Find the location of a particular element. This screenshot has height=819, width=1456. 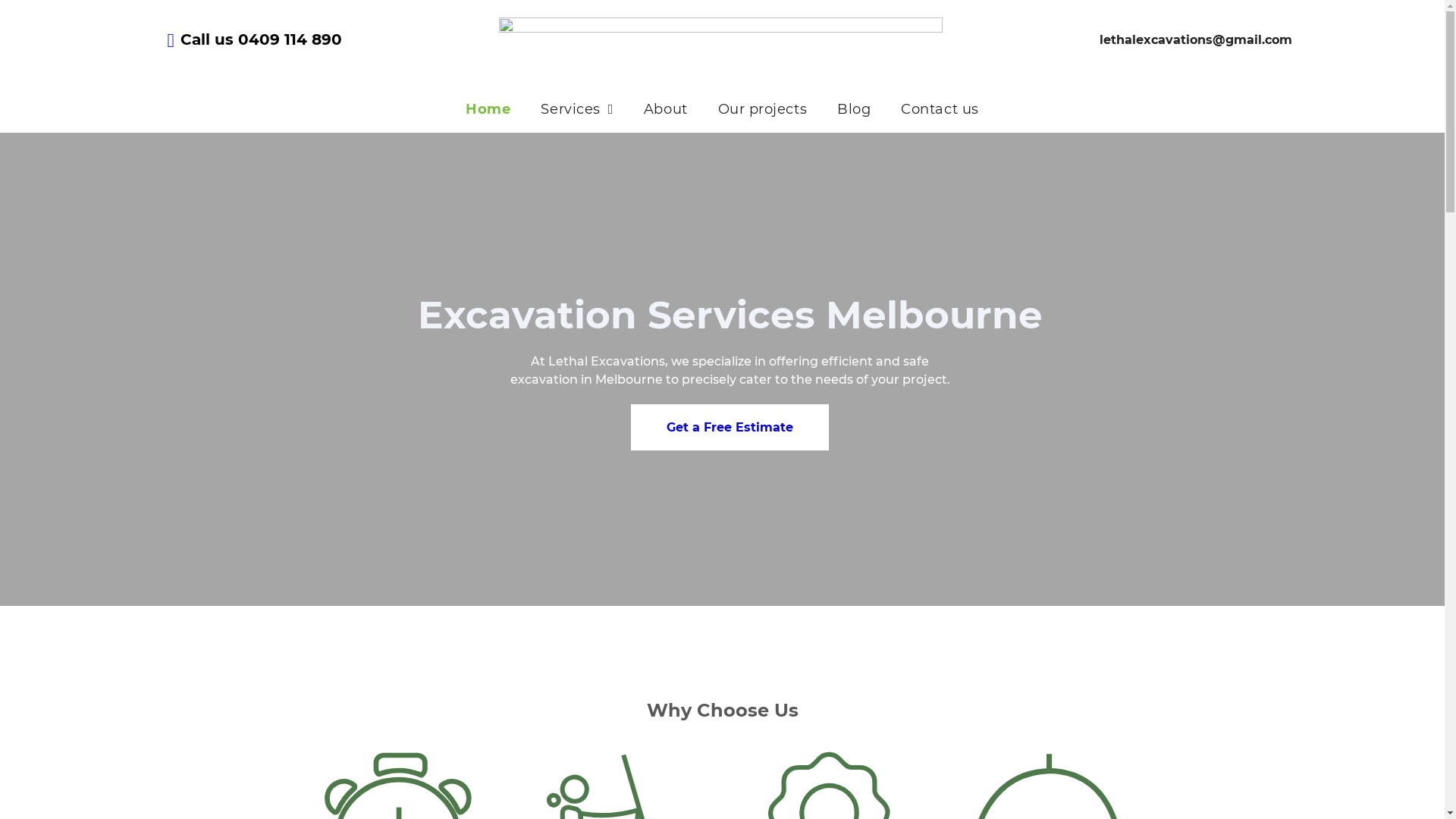

'Home' is located at coordinates (488, 108).